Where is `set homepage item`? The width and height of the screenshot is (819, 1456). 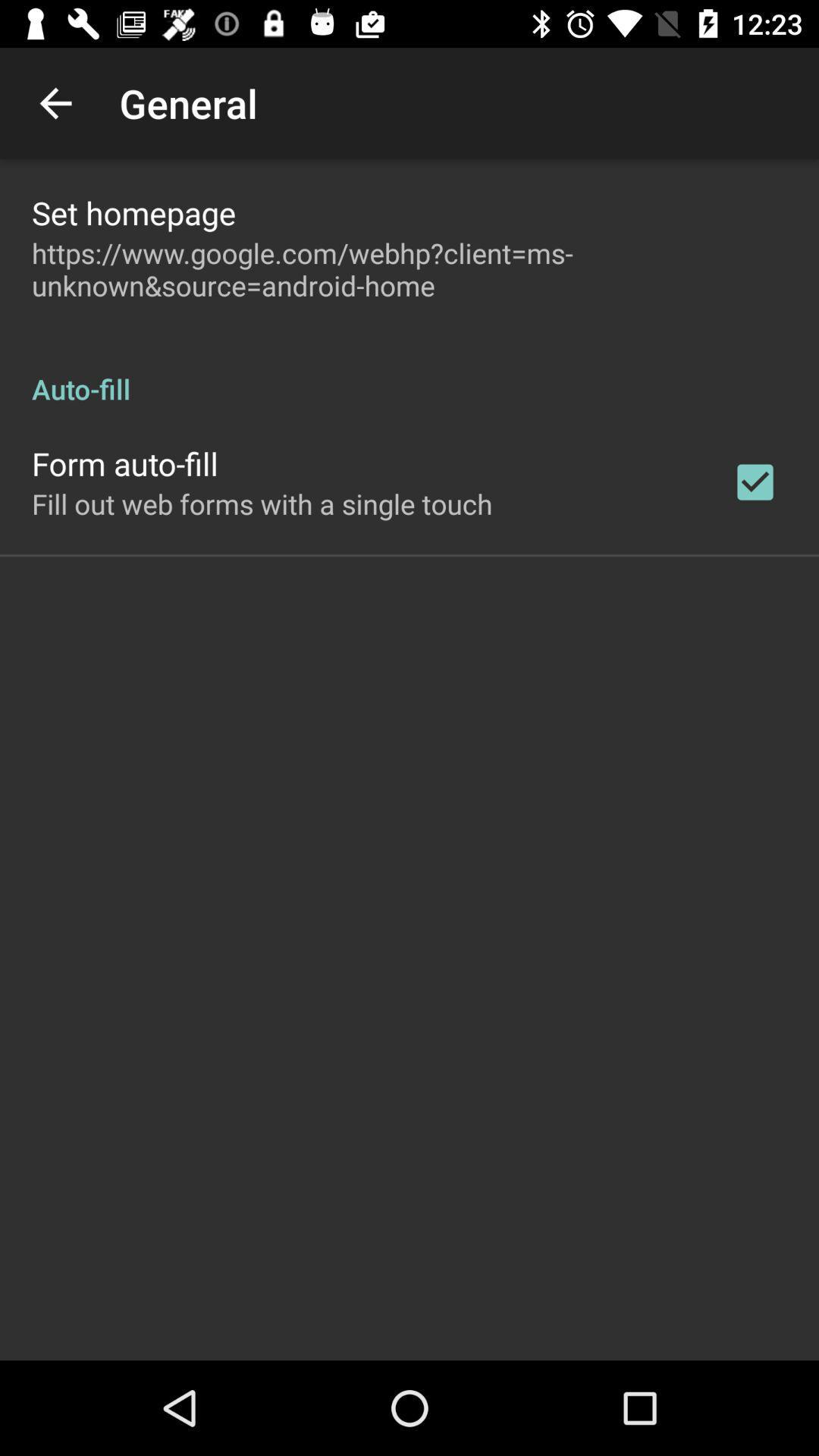
set homepage item is located at coordinates (133, 212).